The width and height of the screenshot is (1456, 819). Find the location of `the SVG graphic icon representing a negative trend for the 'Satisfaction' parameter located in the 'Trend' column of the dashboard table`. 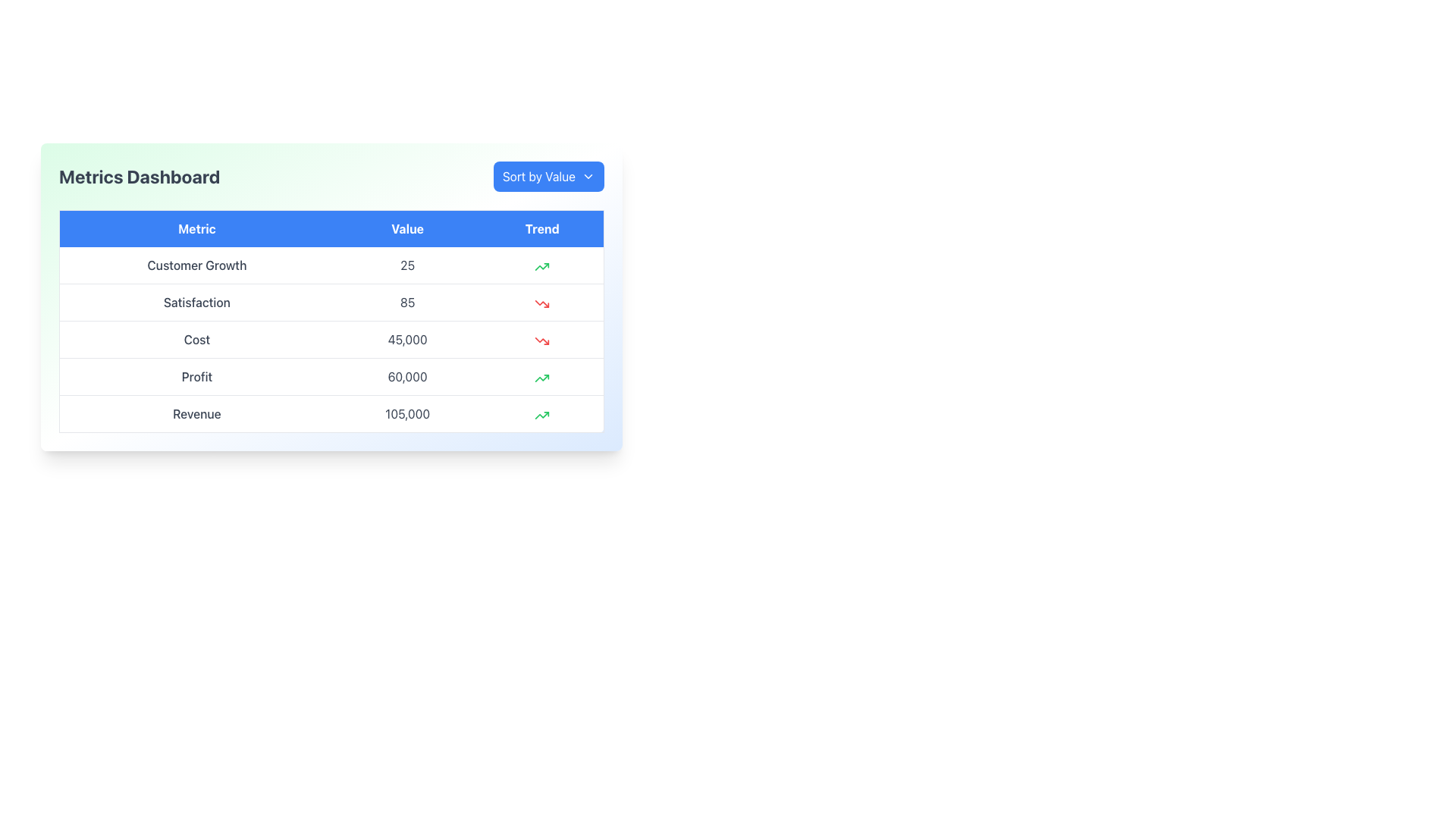

the SVG graphic icon representing a negative trend for the 'Satisfaction' parameter located in the 'Trend' column of the dashboard table is located at coordinates (542, 303).